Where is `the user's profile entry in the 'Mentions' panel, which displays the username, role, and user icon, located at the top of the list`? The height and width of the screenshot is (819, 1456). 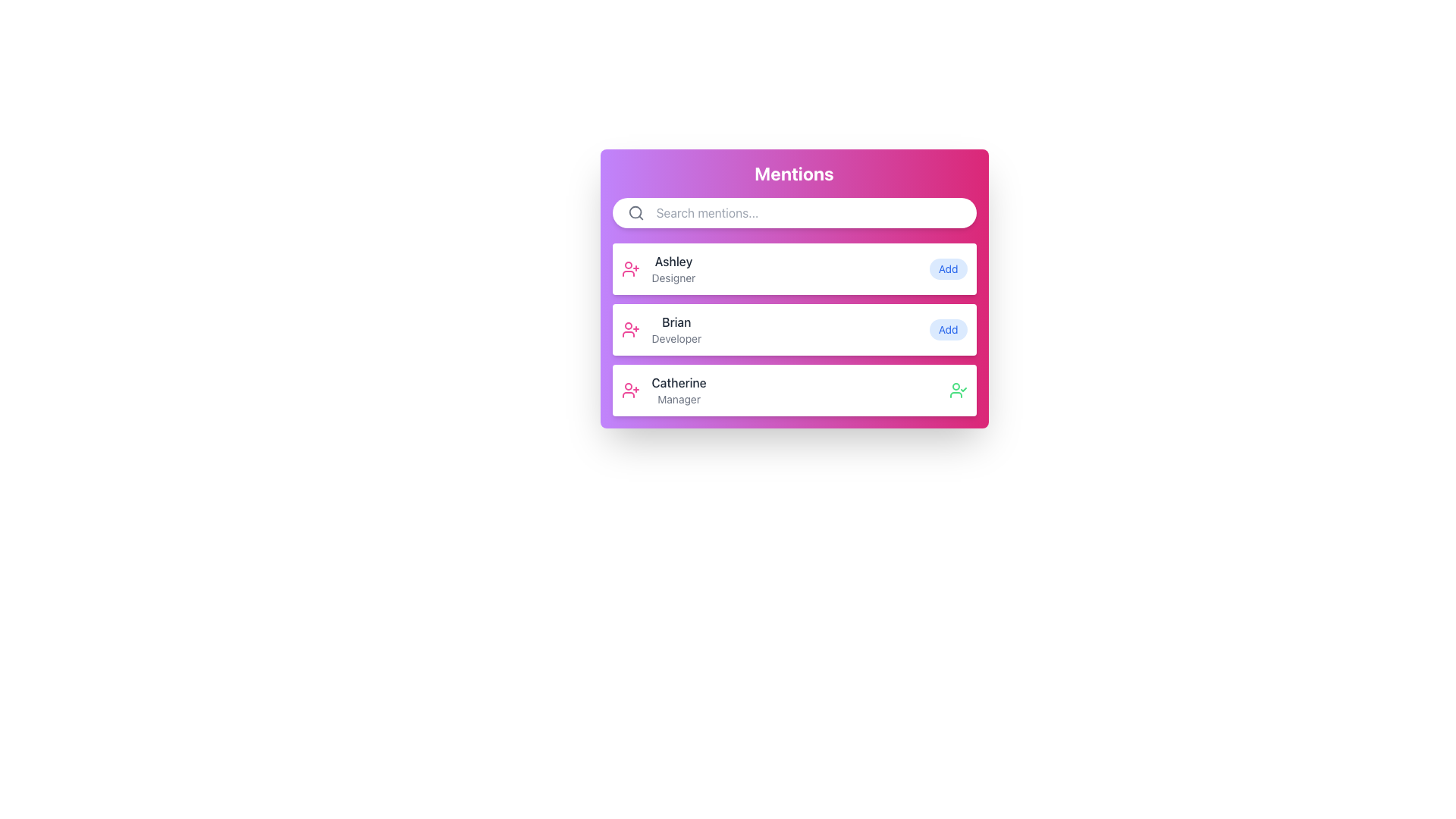
the user's profile entry in the 'Mentions' panel, which displays the username, role, and user icon, located at the top of the list is located at coordinates (658, 268).